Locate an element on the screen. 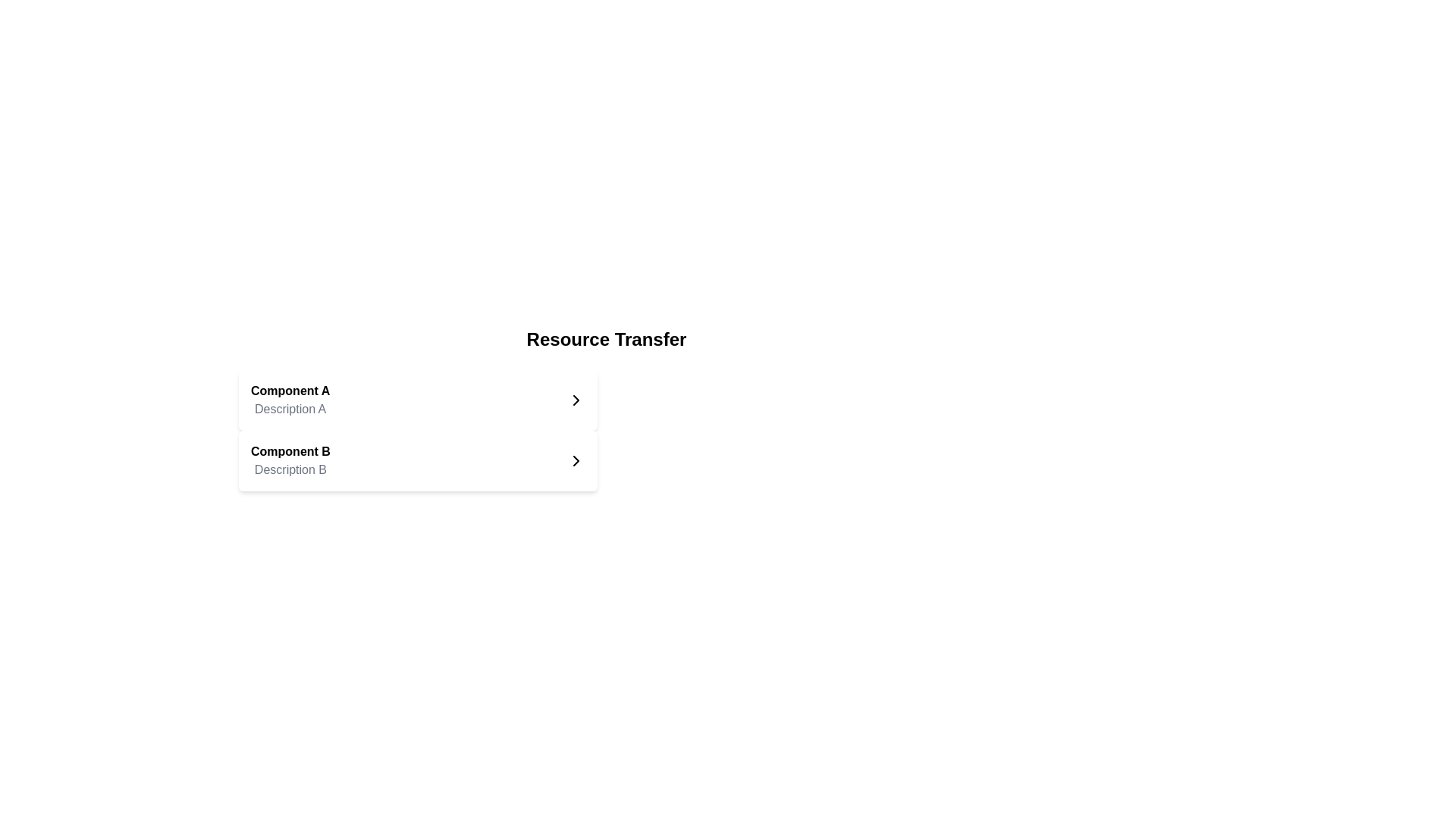 Image resolution: width=1456 pixels, height=819 pixels. the right-pointing chevron arrow icon located to the right of the 'Component B' entry to initiate navigation or action is located at coordinates (575, 460).